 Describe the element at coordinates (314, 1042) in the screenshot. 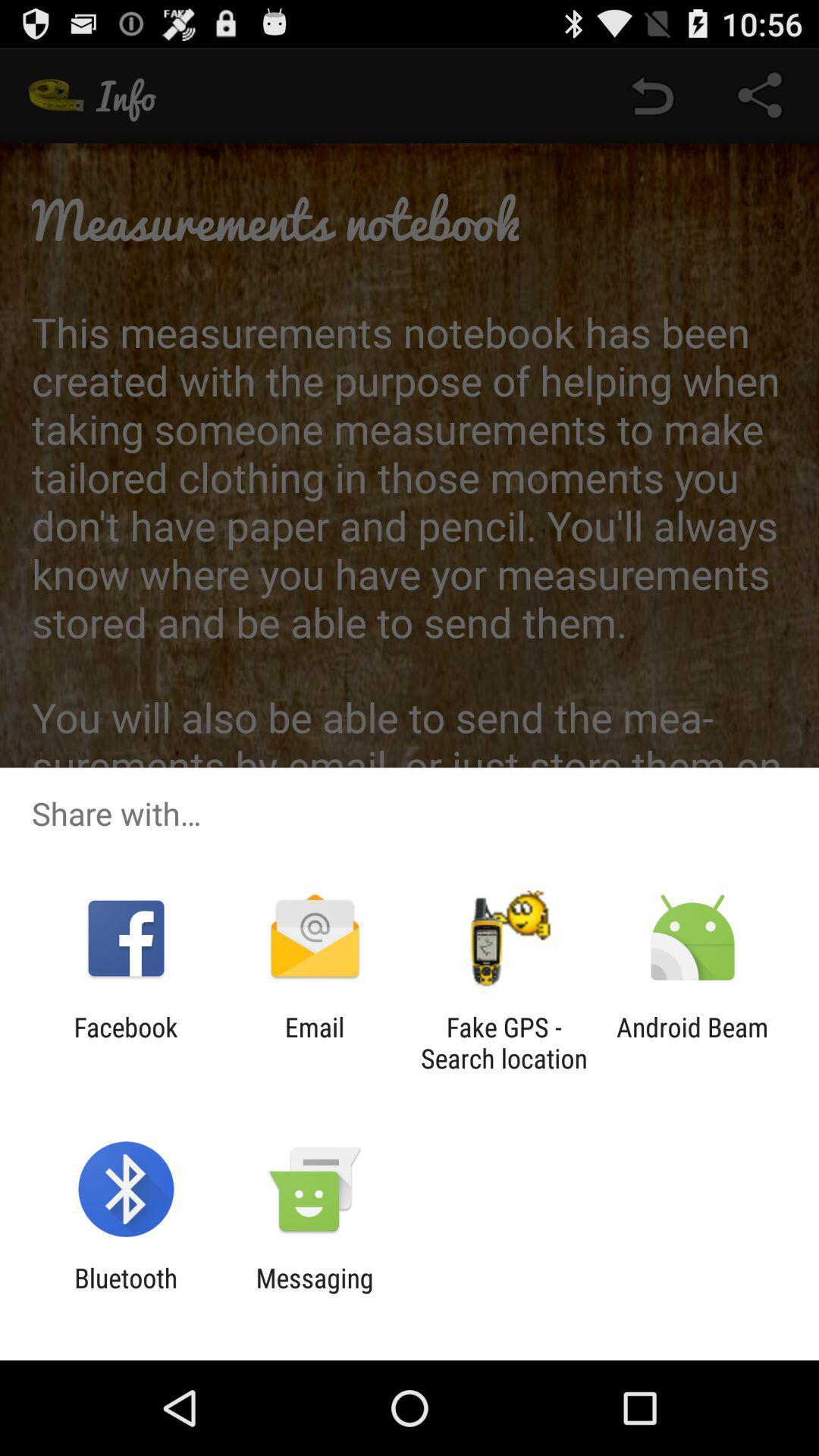

I see `the item next to the facebook` at that location.